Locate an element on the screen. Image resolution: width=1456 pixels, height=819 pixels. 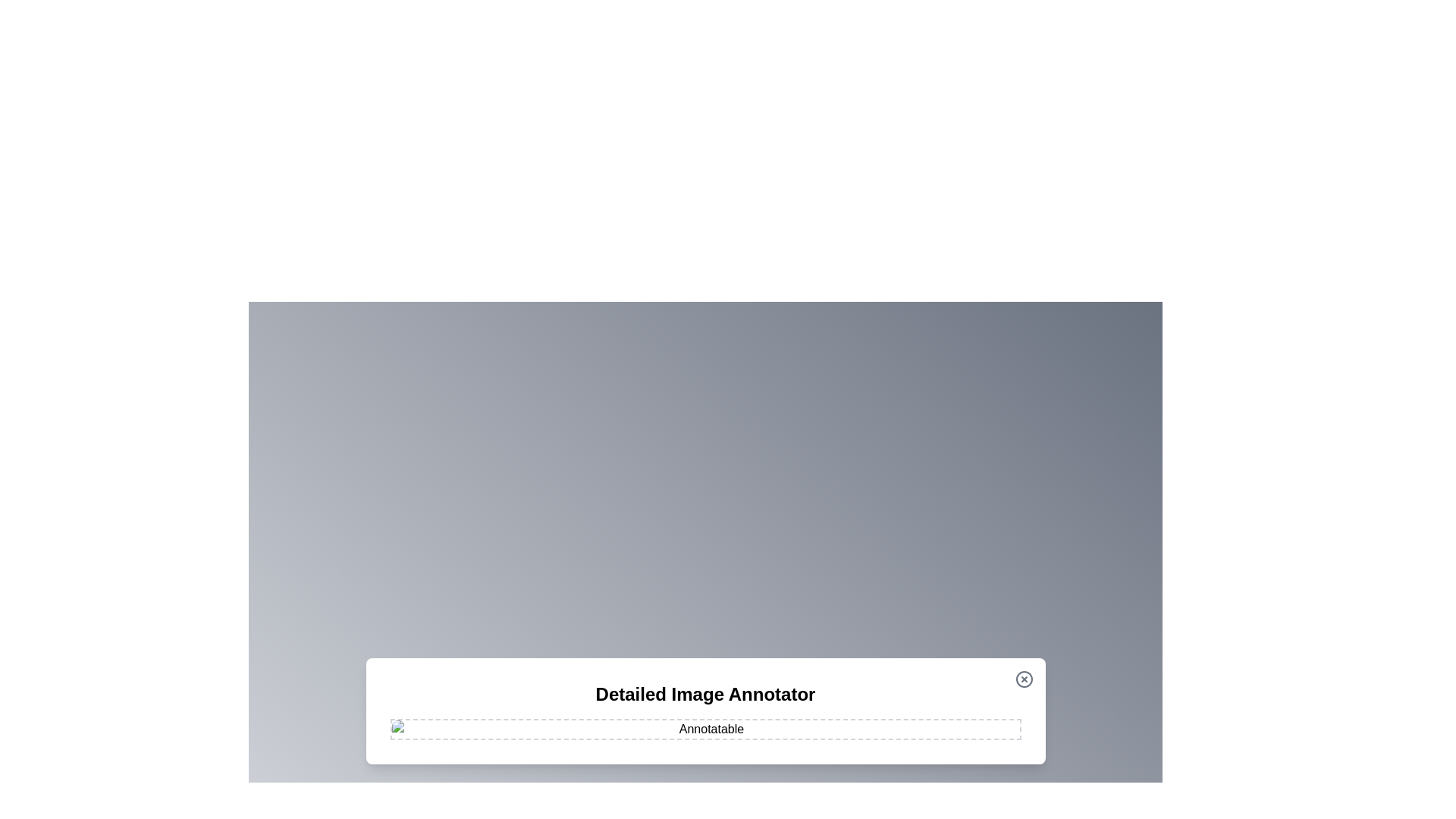
the close button located at the top-right corner of the dialog to close the annotation dialog is located at coordinates (1024, 678).